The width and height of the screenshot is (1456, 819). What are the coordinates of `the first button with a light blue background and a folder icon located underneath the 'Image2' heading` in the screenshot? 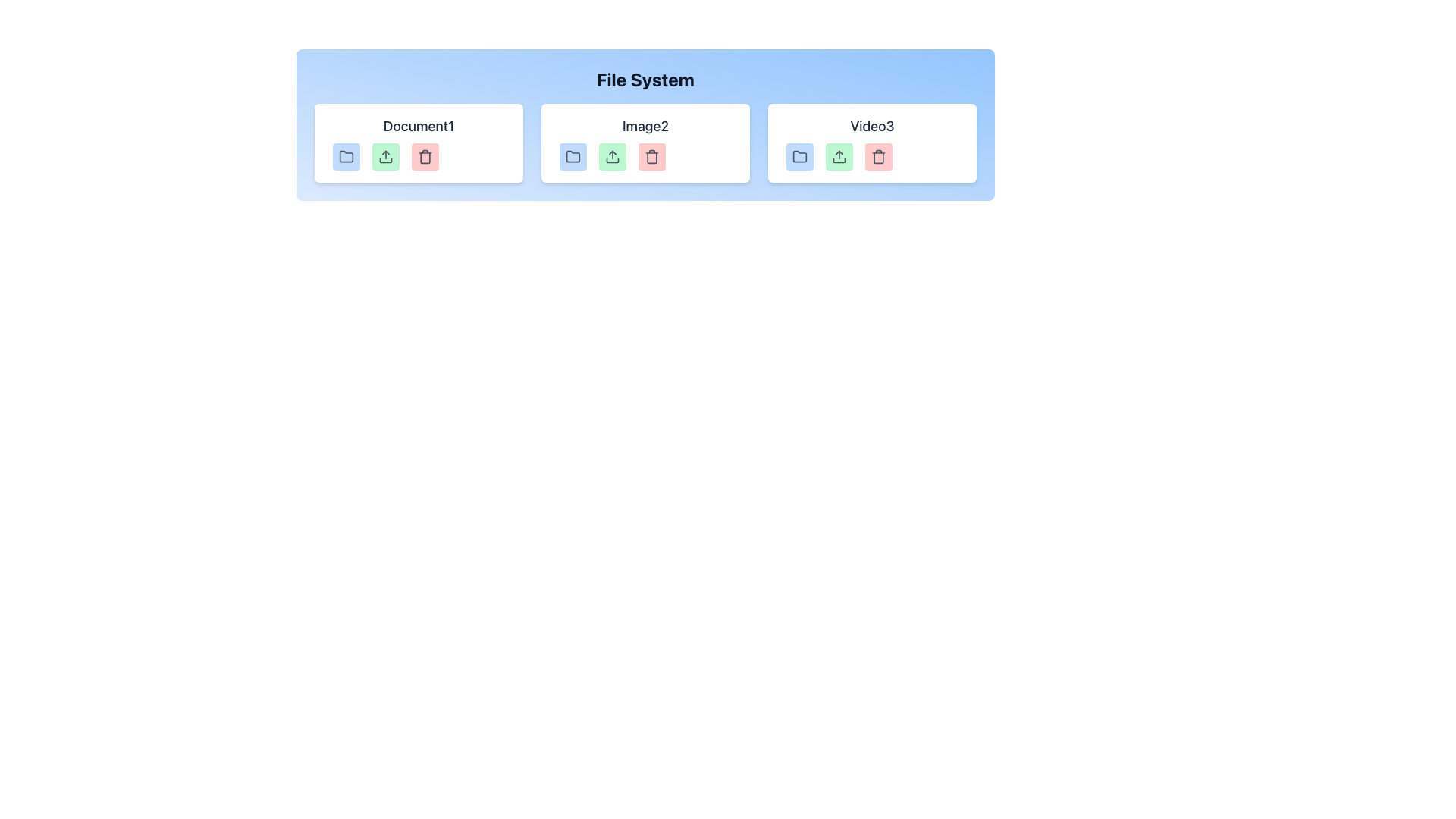 It's located at (572, 157).